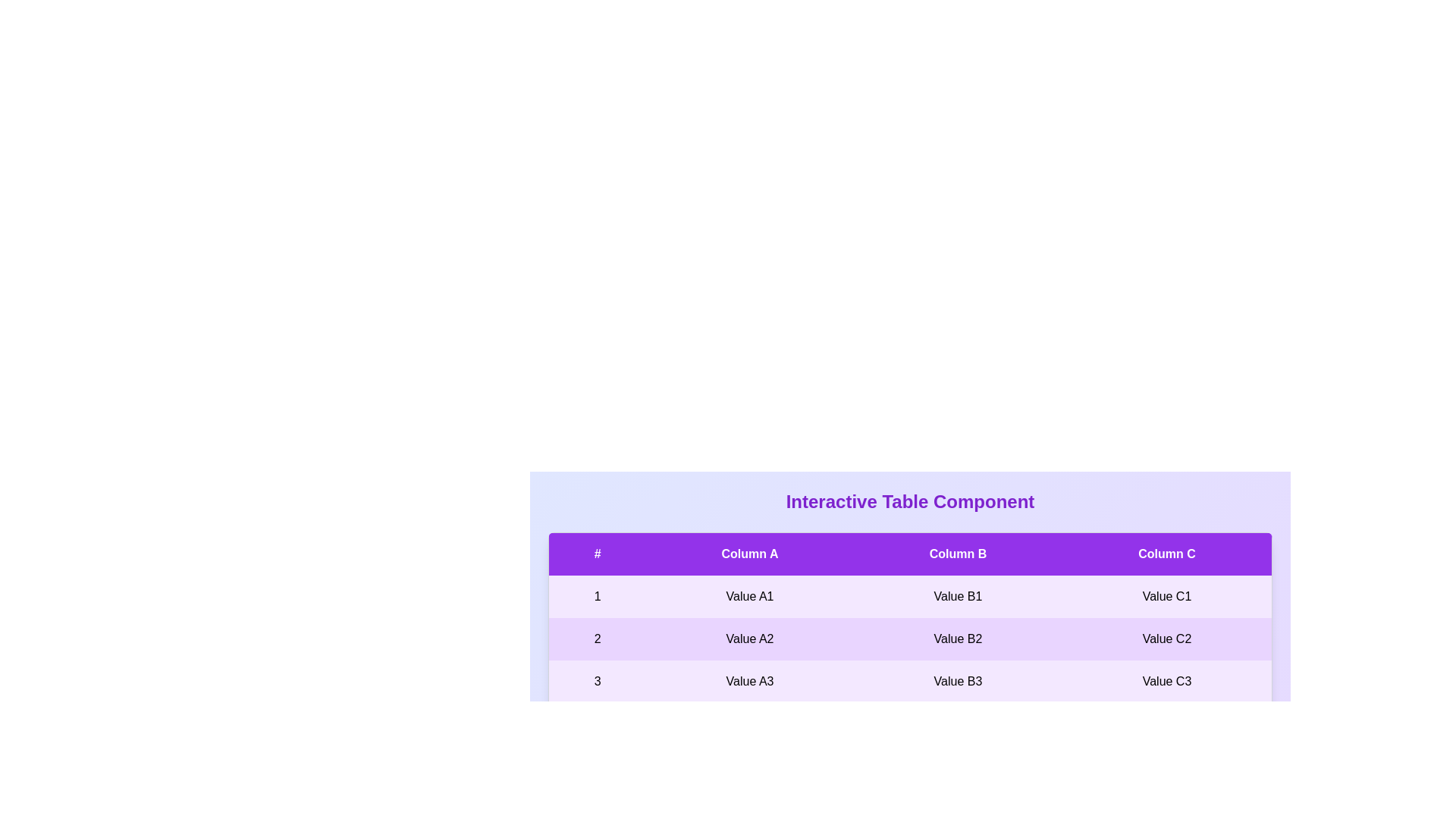 The height and width of the screenshot is (819, 1456). I want to click on the header of column Column A to sort the table by that column, so click(749, 554).